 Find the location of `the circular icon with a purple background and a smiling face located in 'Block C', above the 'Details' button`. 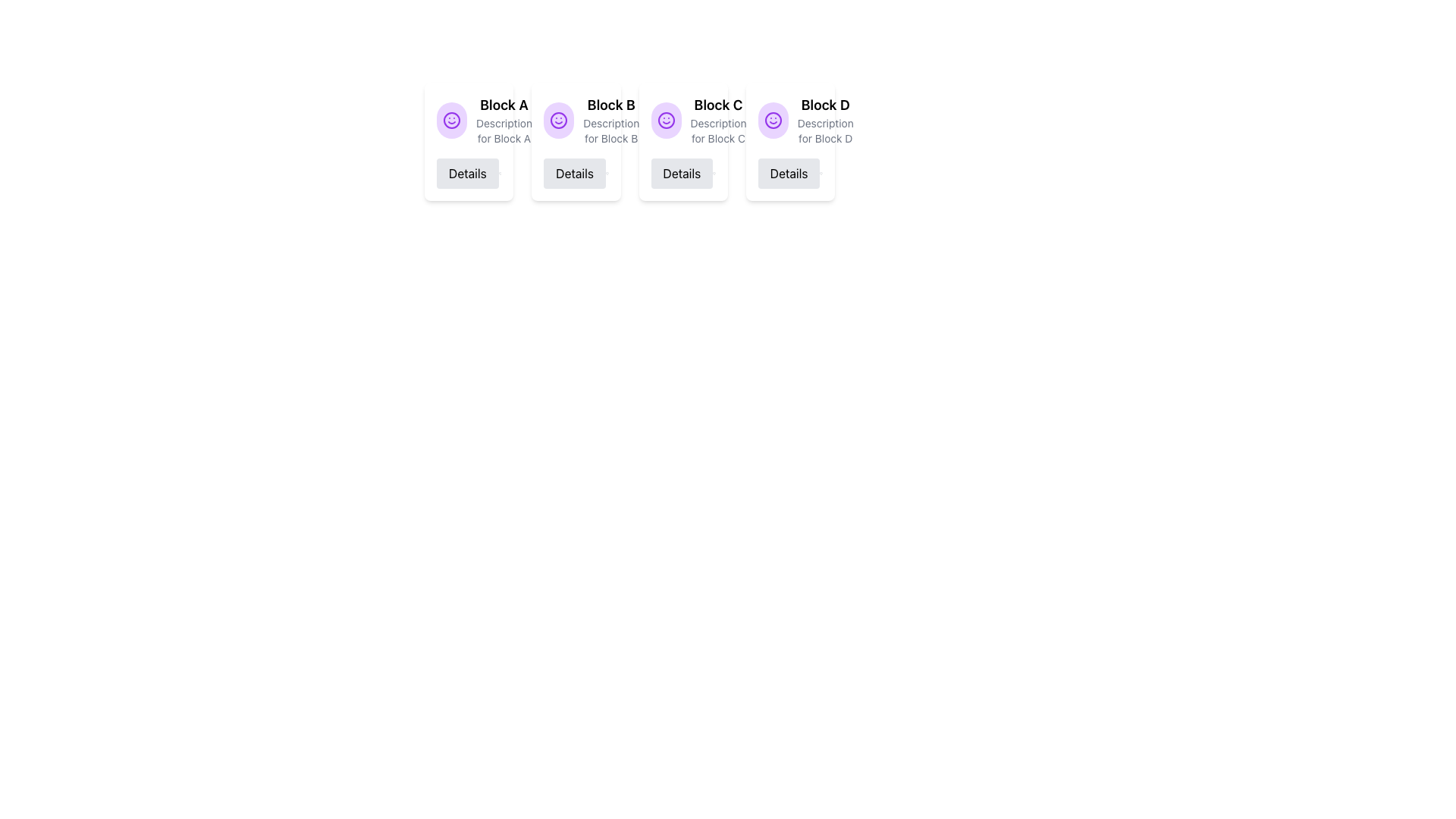

the circular icon with a purple background and a smiling face located in 'Block C', above the 'Details' button is located at coordinates (666, 119).